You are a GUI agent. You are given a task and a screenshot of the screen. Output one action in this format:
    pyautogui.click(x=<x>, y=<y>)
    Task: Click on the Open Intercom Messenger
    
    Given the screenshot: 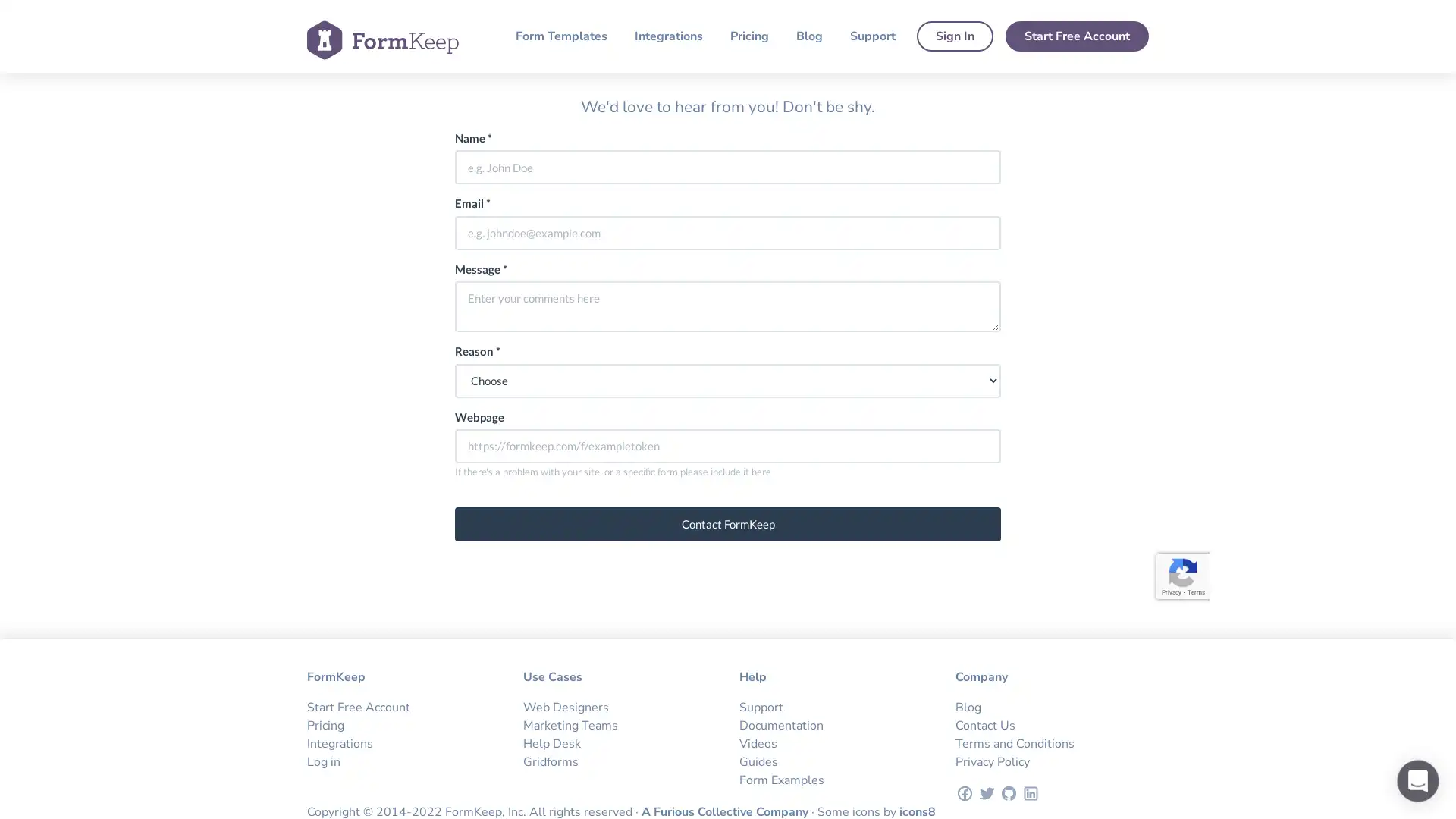 What is the action you would take?
    pyautogui.click(x=1417, y=780)
    